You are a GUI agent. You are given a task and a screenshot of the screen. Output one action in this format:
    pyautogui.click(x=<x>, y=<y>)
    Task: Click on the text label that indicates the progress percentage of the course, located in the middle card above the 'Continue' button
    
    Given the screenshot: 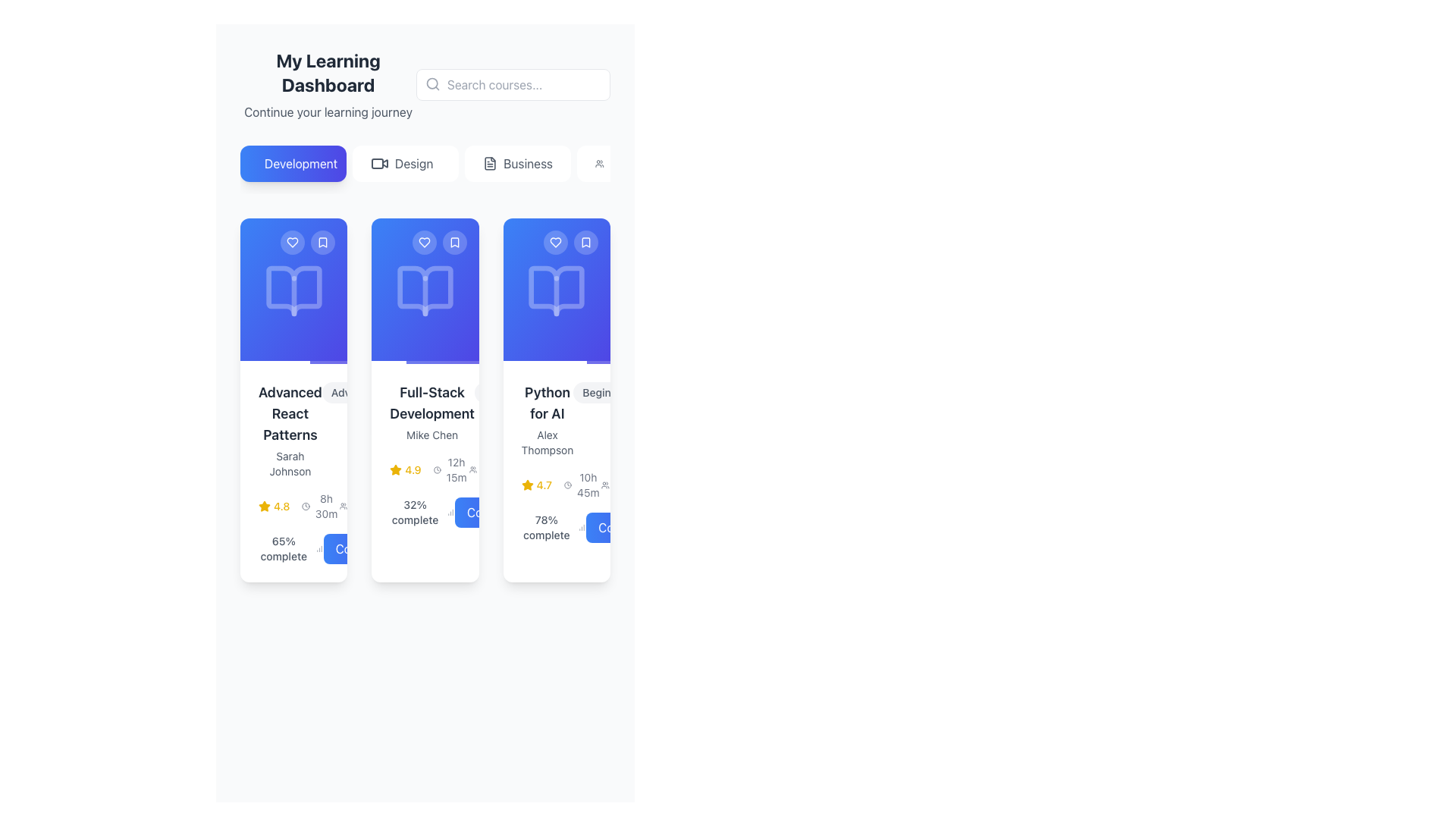 What is the action you would take?
    pyautogui.click(x=415, y=512)
    